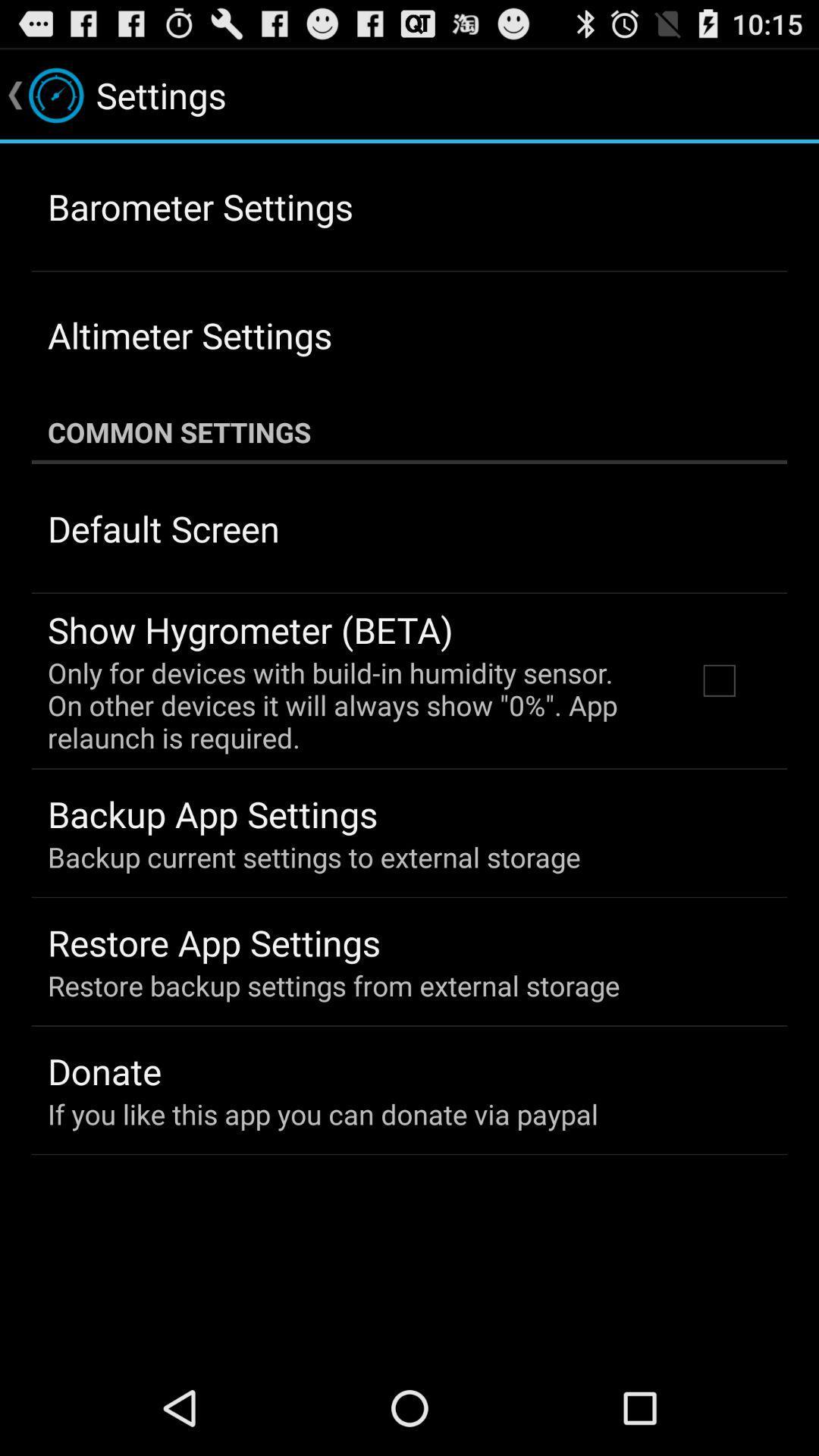 Image resolution: width=819 pixels, height=1456 pixels. What do you see at coordinates (189, 334) in the screenshot?
I see `the altimeter settings app` at bounding box center [189, 334].